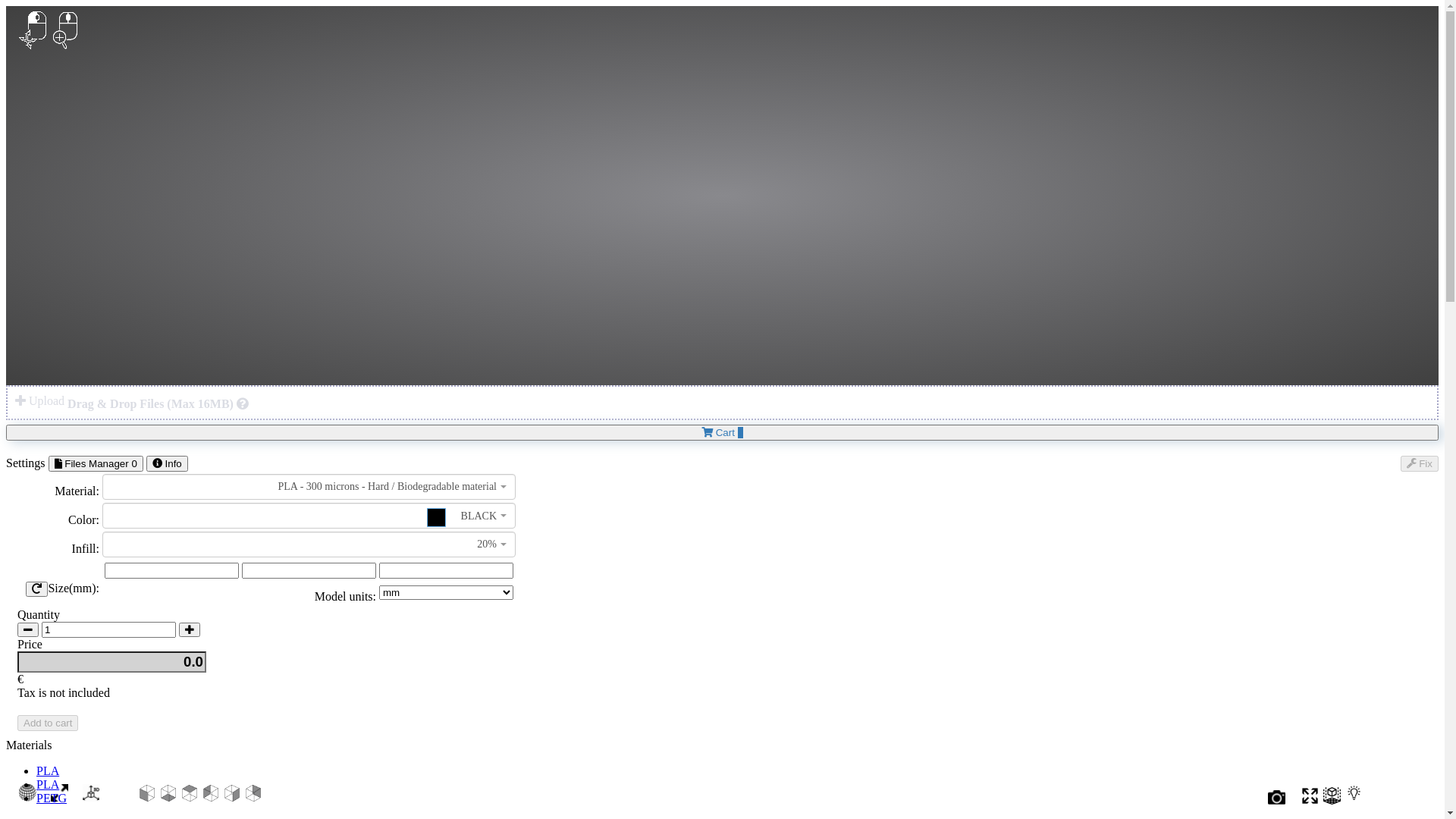 This screenshot has height=819, width=1456. Describe the element at coordinates (51, 797) in the screenshot. I see `'PETG'` at that location.